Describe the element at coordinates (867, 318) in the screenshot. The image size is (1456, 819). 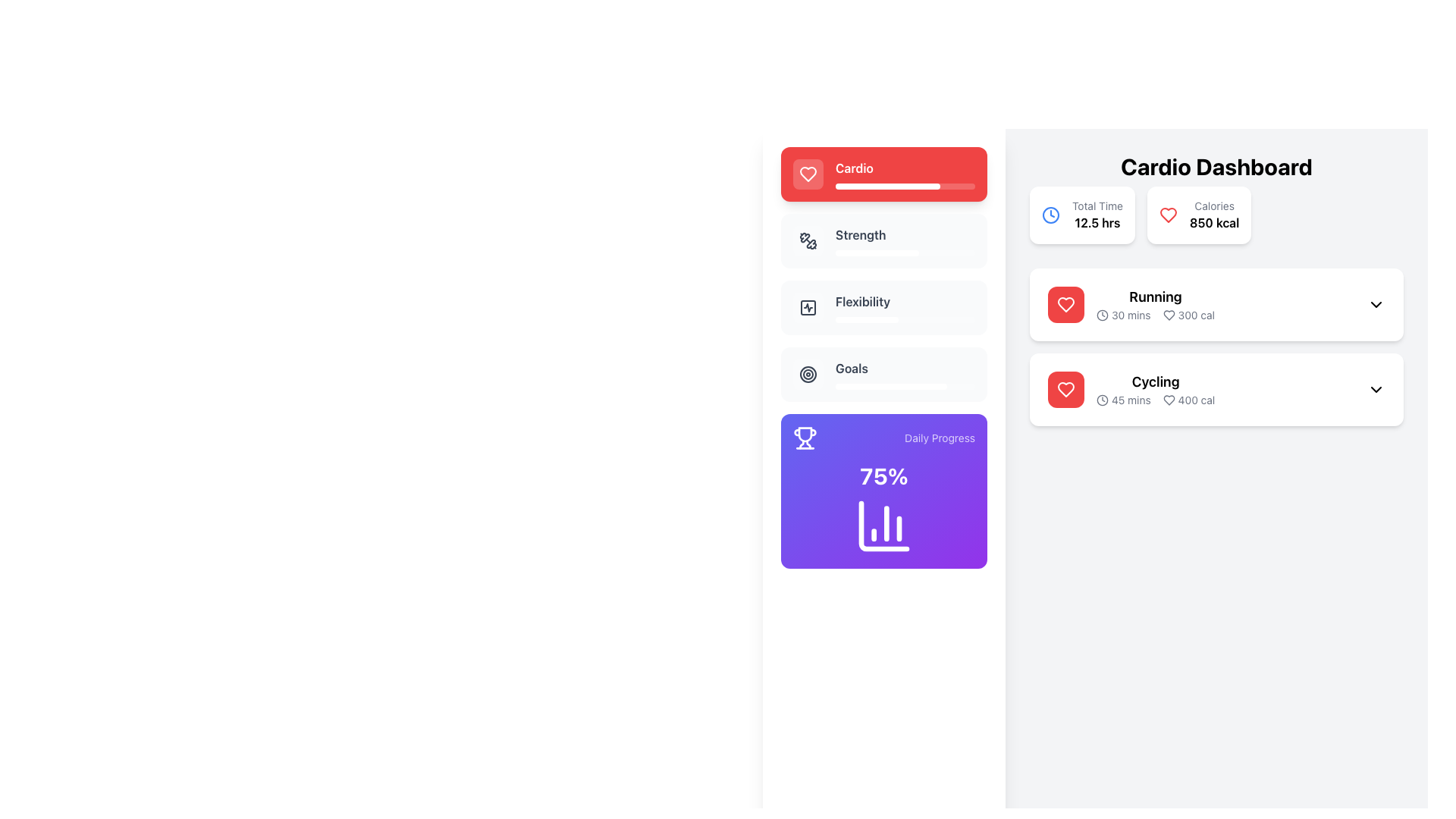
I see `the progress bar located in the left panel beneath the heading 'Flexibility' to monitor progress` at that location.